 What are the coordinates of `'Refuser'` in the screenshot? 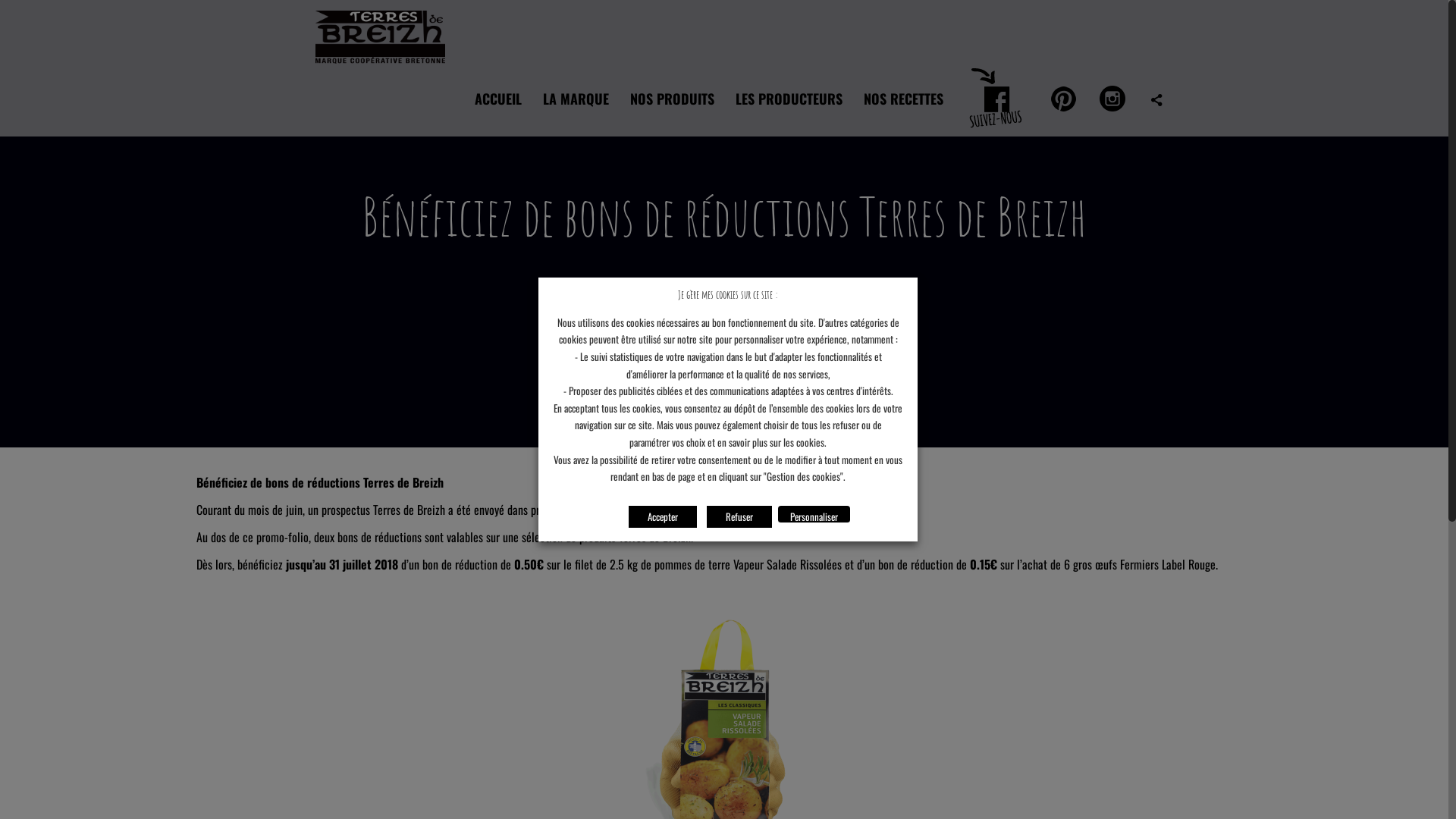 It's located at (739, 516).